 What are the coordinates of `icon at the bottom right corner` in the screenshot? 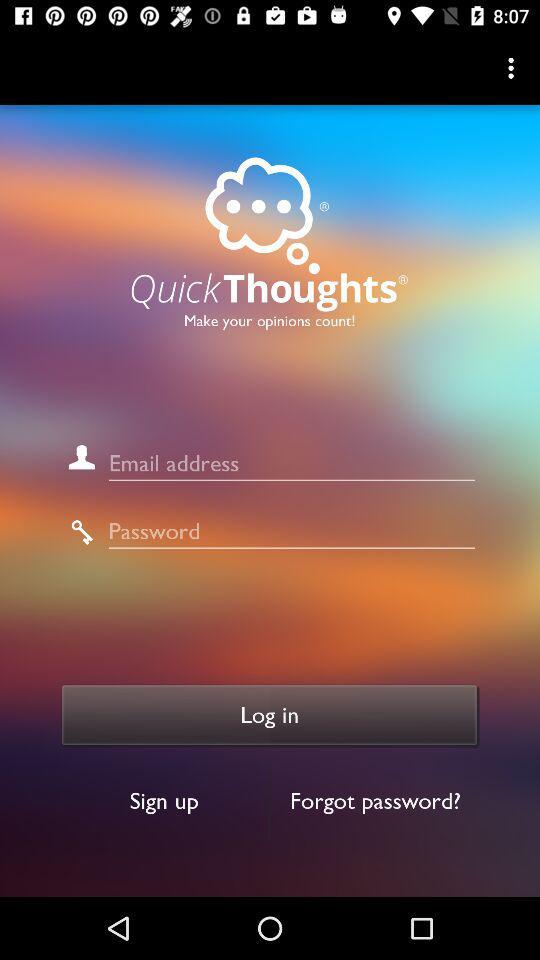 It's located at (375, 801).